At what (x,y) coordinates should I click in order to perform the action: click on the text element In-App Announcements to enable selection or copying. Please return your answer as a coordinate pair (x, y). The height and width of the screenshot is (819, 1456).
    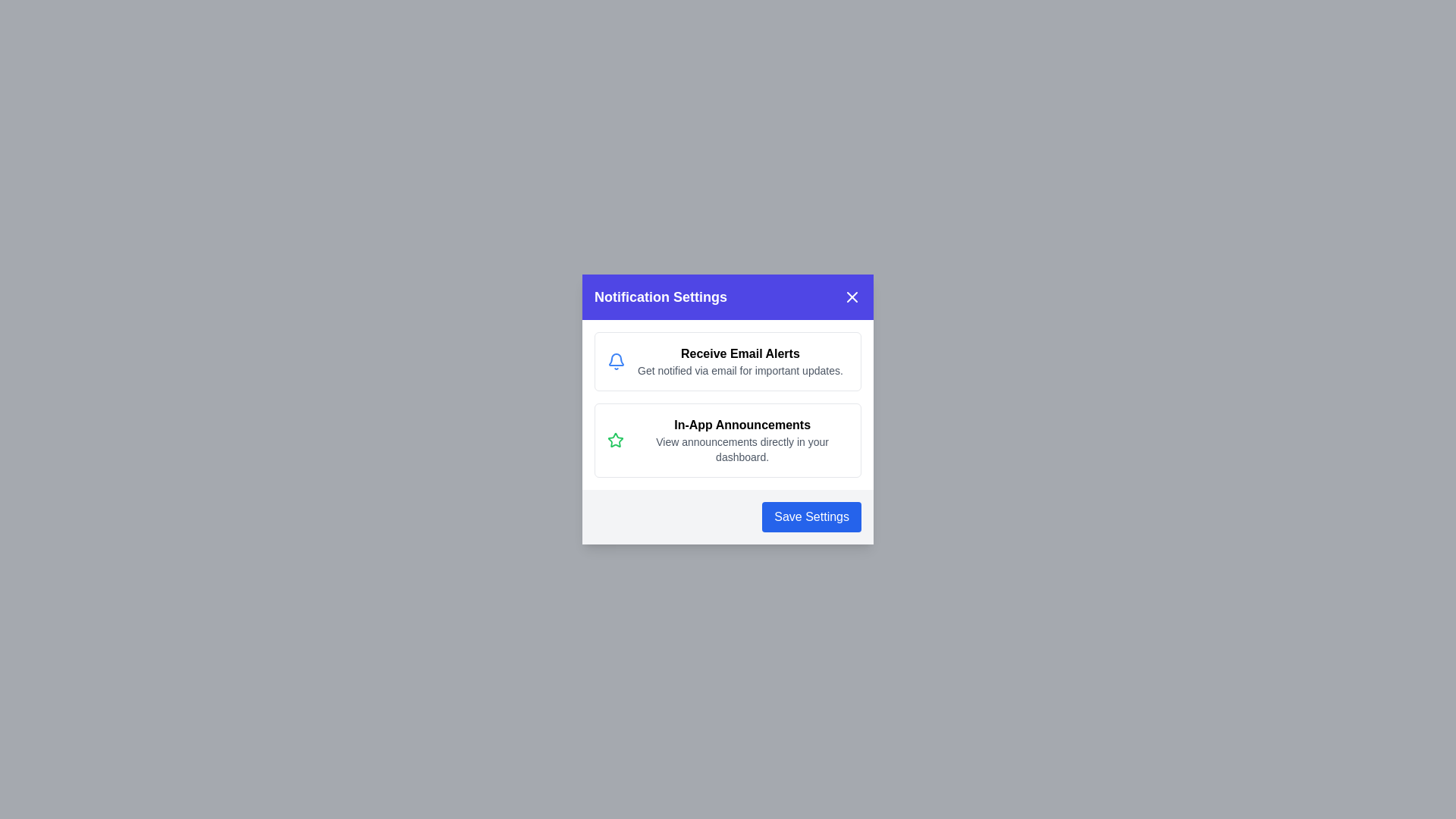
    Looking at the image, I should click on (742, 425).